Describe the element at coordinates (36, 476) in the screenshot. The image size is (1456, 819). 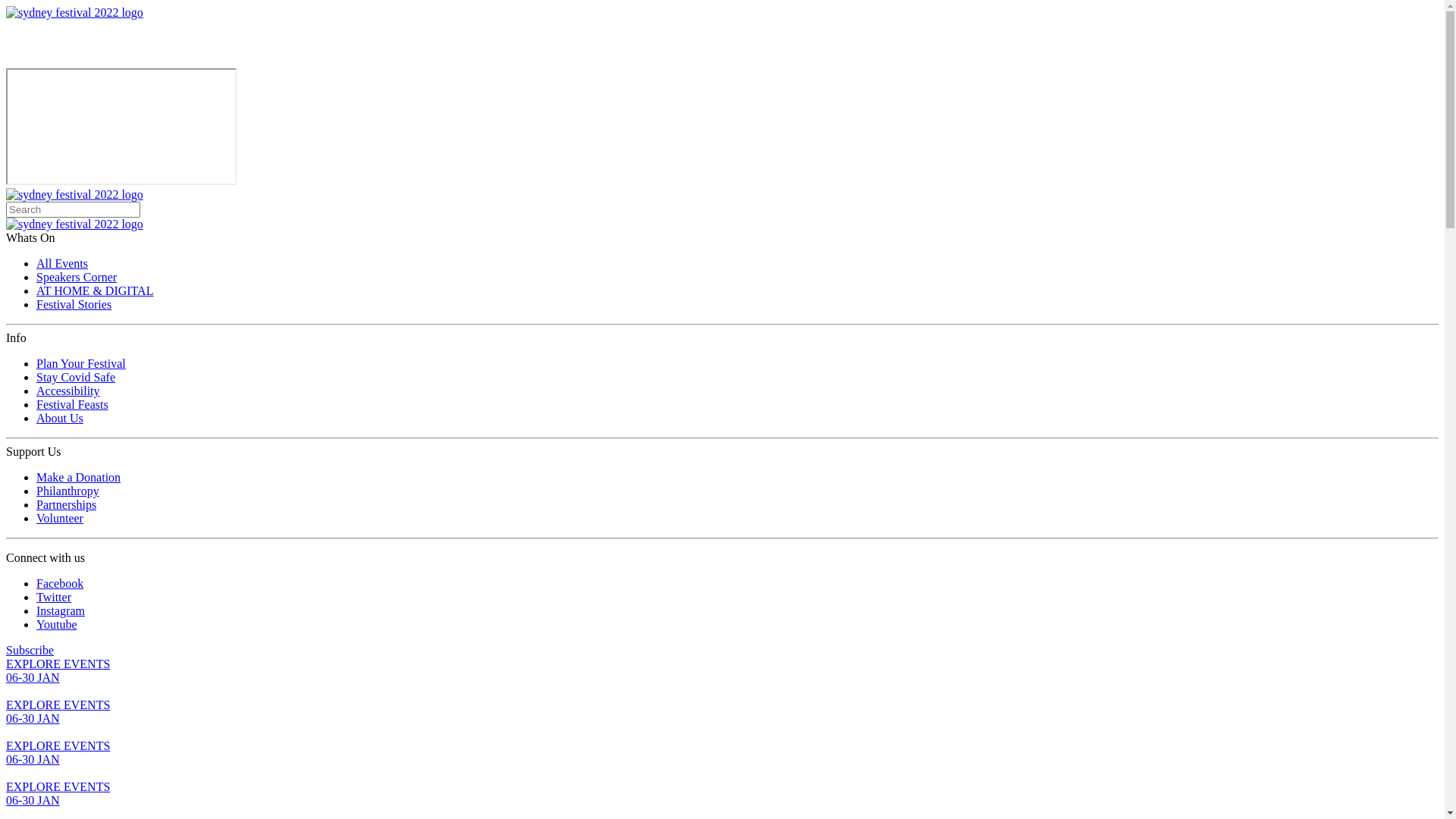
I see `'Make a Donation'` at that location.